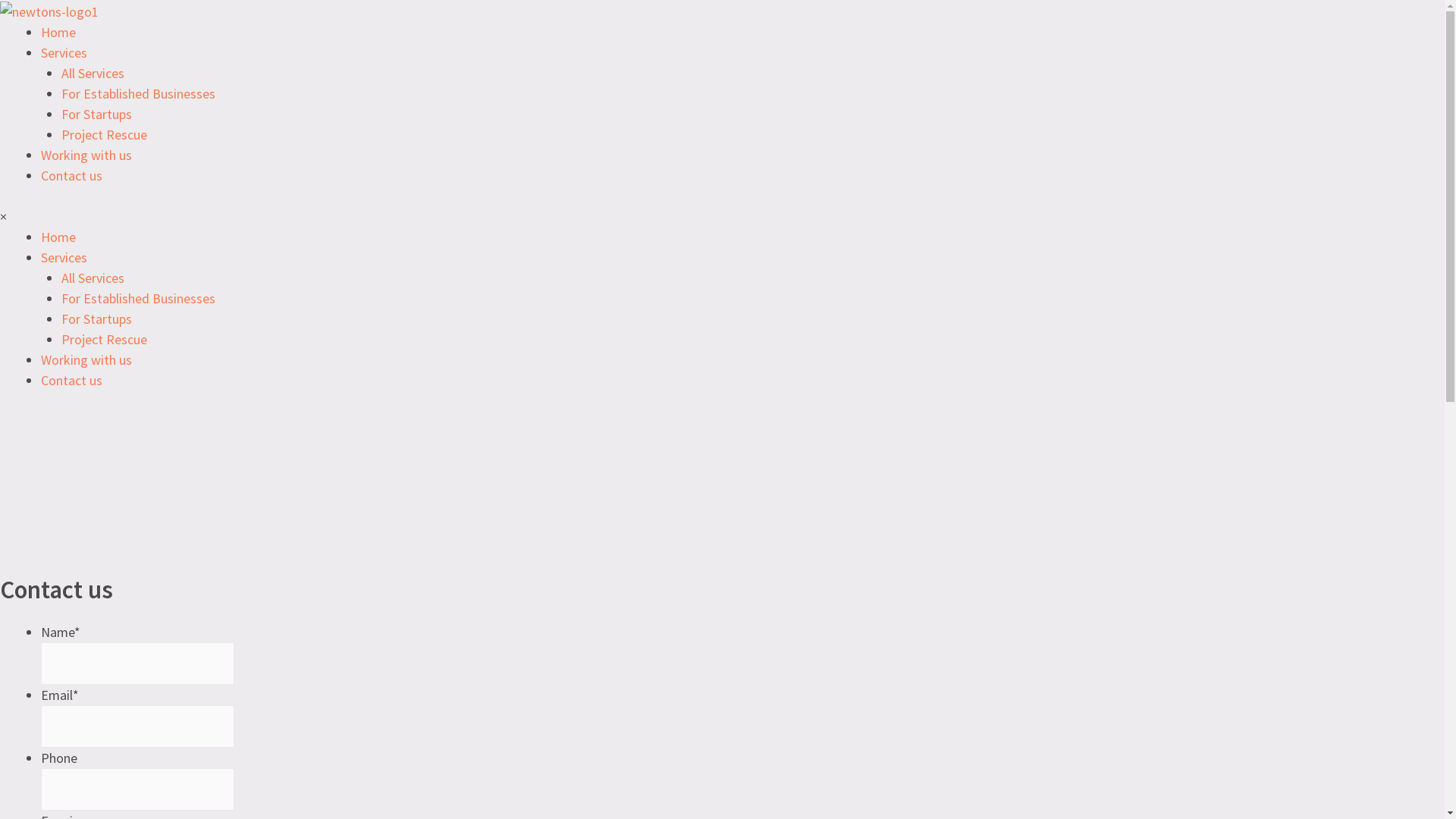  I want to click on 'Project Rescue', so click(103, 133).